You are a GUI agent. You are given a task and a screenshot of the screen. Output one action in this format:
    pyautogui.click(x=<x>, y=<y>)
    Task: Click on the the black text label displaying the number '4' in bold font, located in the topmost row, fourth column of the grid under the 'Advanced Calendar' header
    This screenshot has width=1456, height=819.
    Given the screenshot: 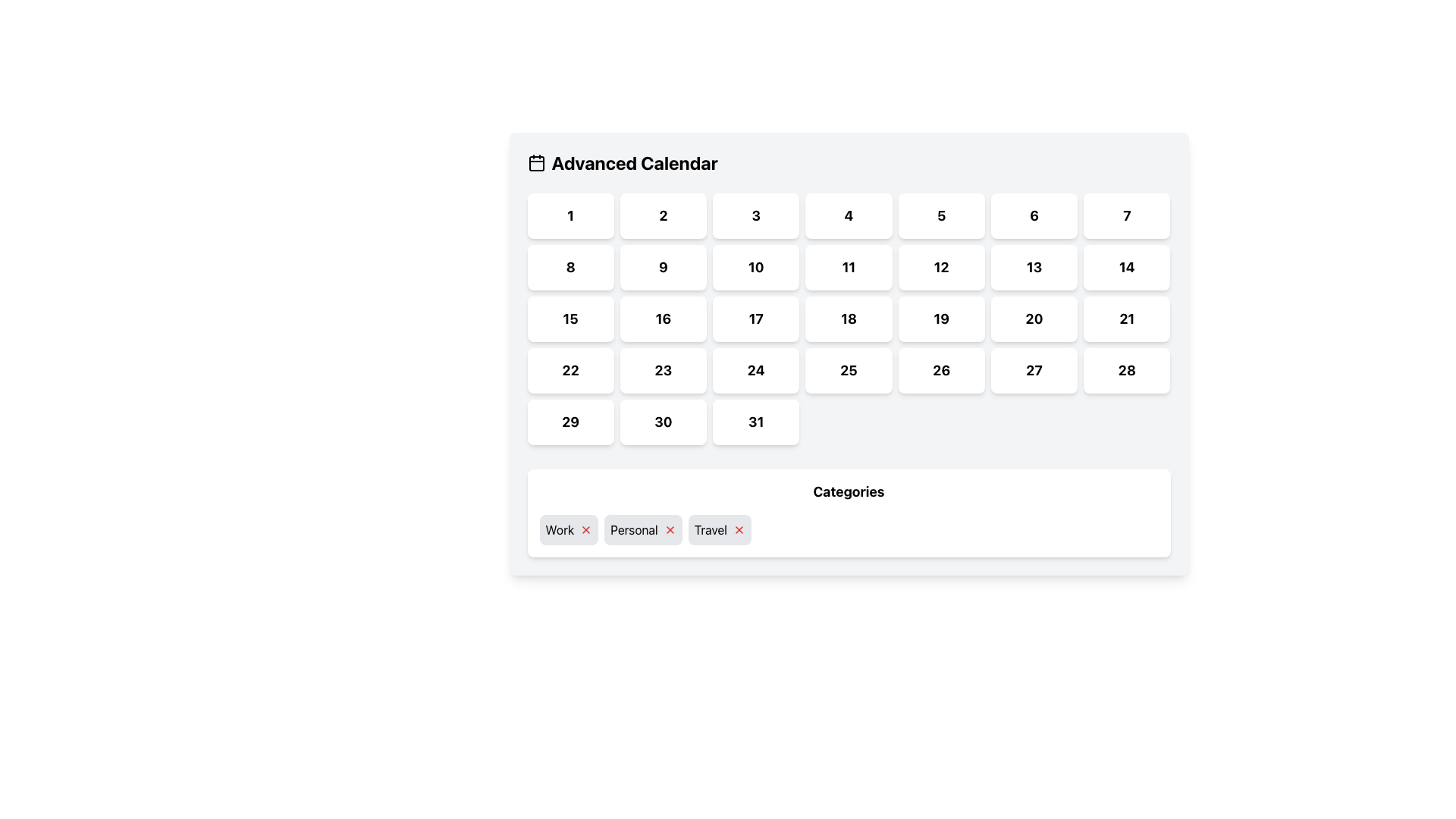 What is the action you would take?
    pyautogui.click(x=848, y=215)
    